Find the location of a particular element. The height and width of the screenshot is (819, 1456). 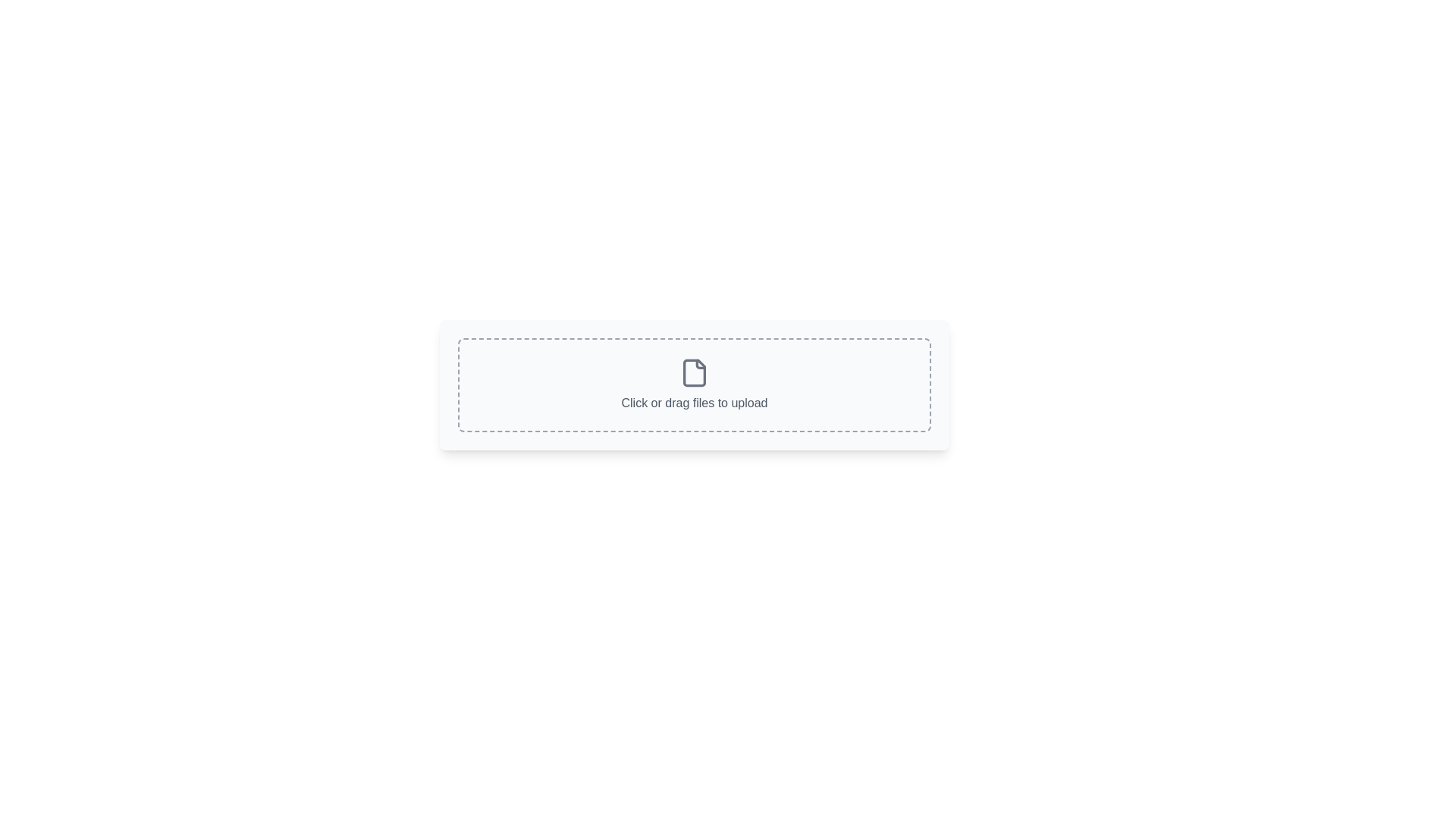

the Interactive file upload component labeled 'Click or drag files to upload' is located at coordinates (694, 384).